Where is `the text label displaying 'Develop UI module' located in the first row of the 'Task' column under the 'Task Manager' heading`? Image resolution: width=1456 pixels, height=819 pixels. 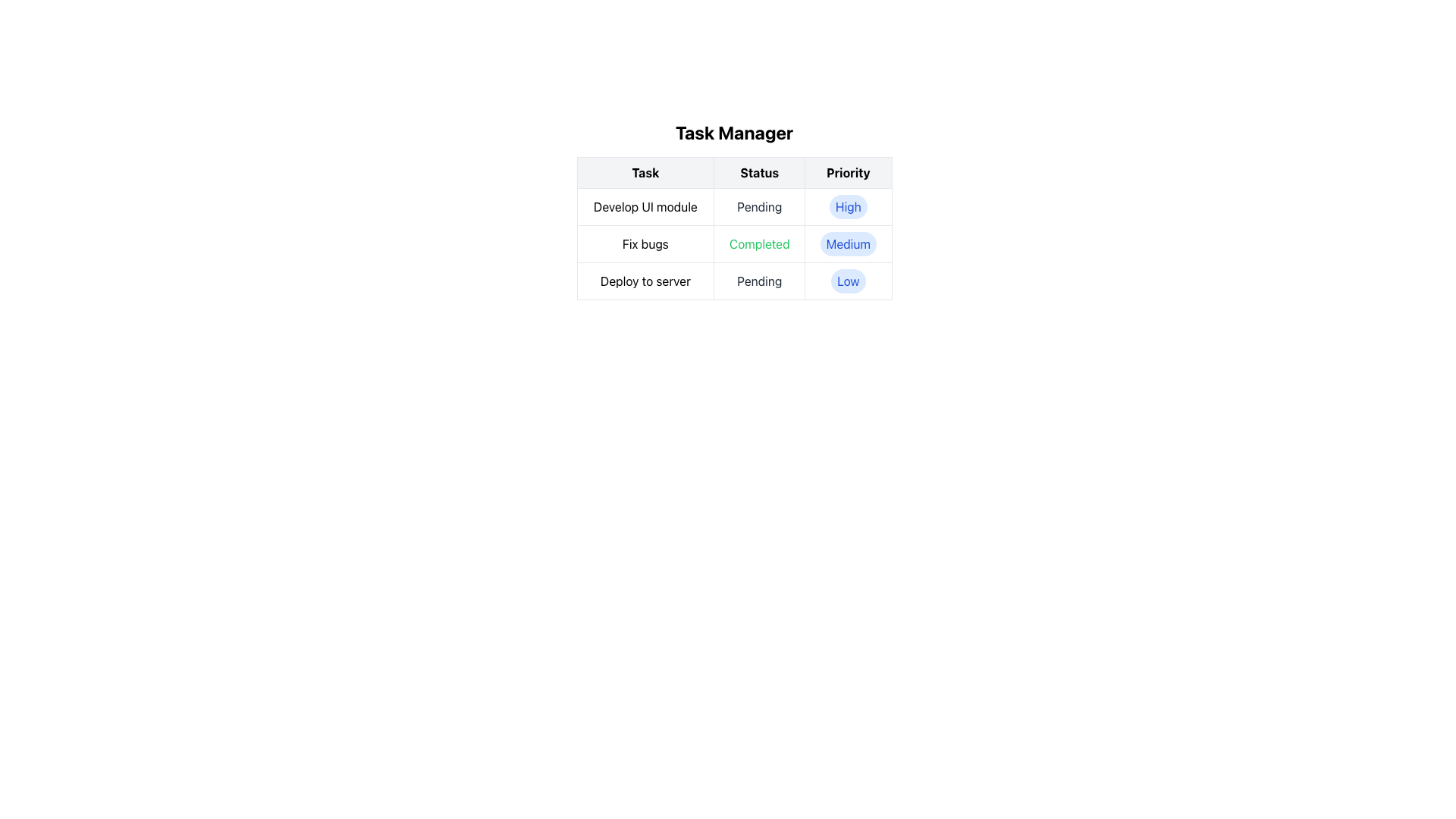
the text label displaying 'Develop UI module' located in the first row of the 'Task' column under the 'Task Manager' heading is located at coordinates (645, 207).